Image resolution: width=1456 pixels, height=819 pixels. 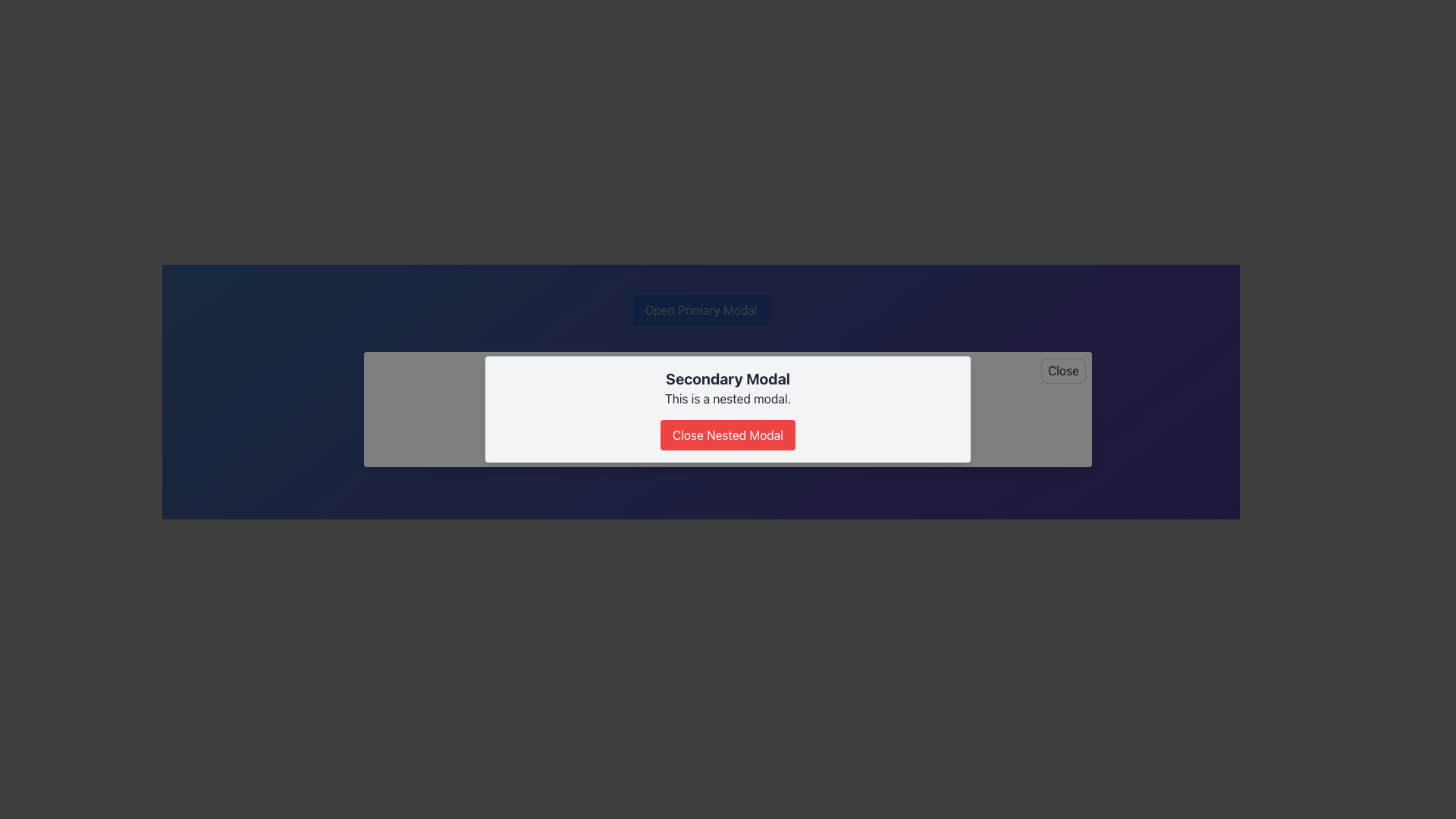 What do you see at coordinates (728, 433) in the screenshot?
I see `the third button located centrally within the white modal box` at bounding box center [728, 433].